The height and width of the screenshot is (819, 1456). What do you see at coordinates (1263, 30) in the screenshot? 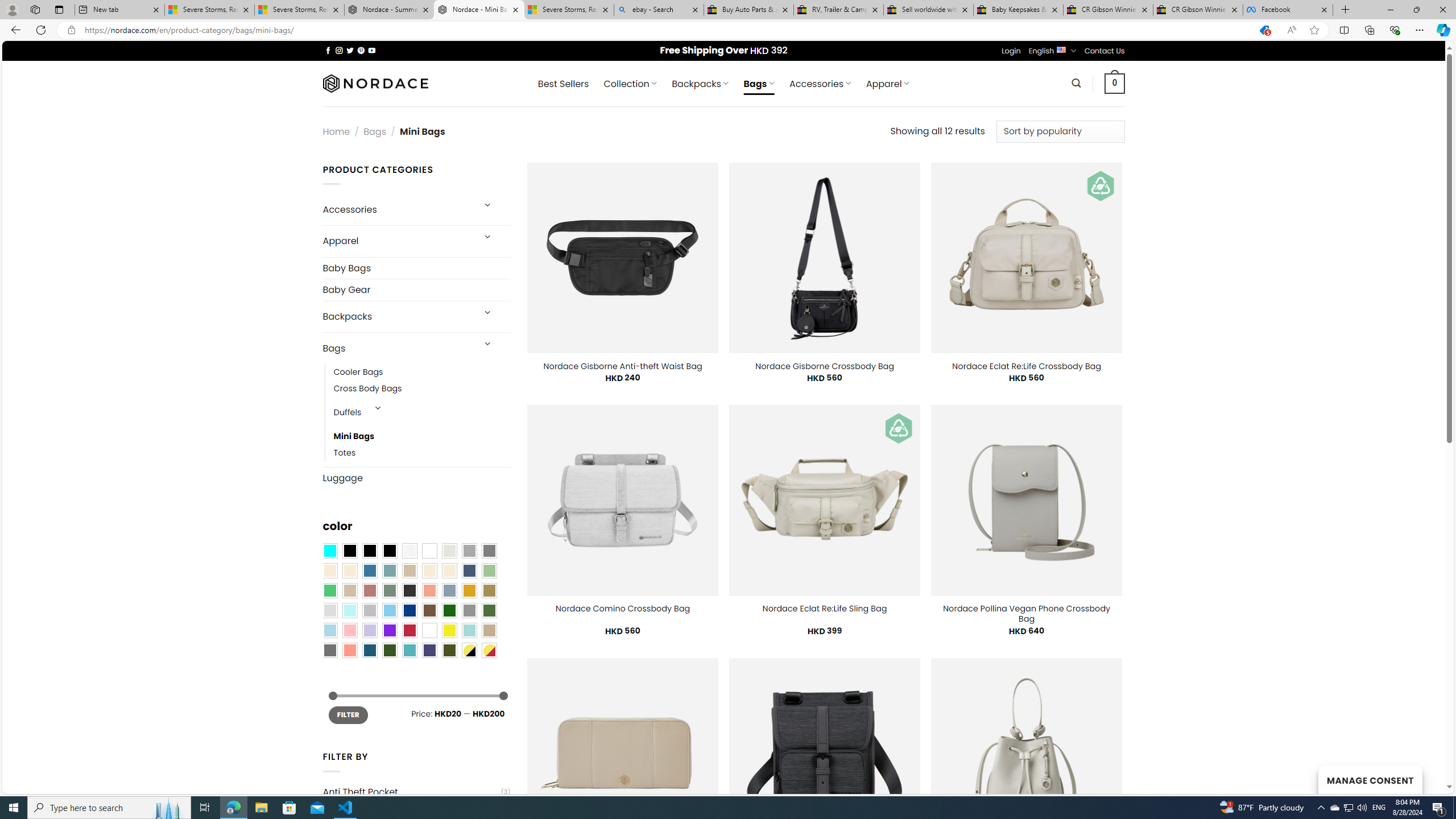
I see `'This site has coupons! Shopping in Microsoft Edge, 5'` at bounding box center [1263, 30].